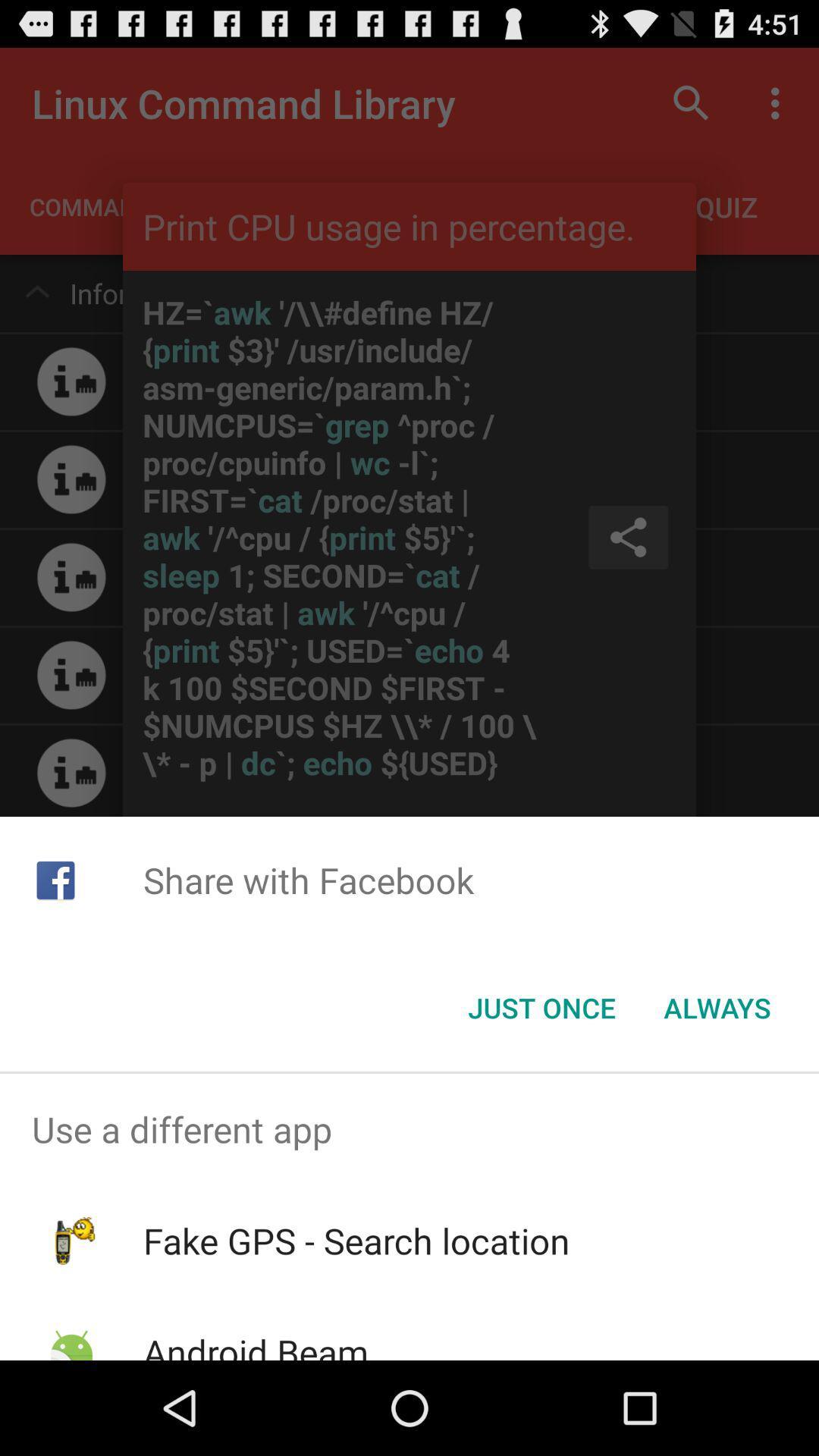 The image size is (819, 1456). I want to click on the fake gps search item, so click(356, 1241).